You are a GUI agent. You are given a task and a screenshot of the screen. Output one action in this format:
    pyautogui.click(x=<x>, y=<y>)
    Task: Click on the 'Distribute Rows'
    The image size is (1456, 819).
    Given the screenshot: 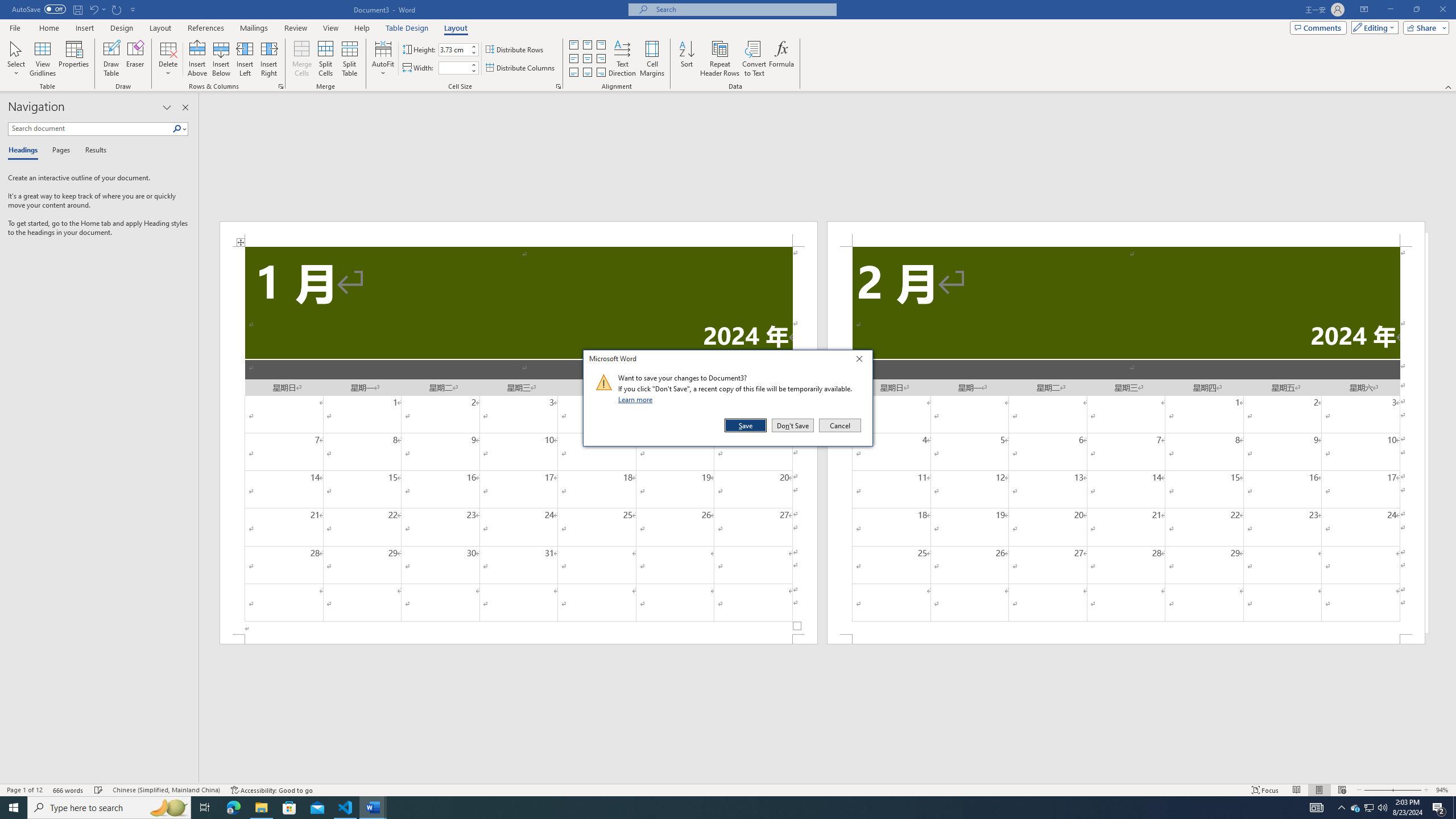 What is the action you would take?
    pyautogui.click(x=515, y=49)
    